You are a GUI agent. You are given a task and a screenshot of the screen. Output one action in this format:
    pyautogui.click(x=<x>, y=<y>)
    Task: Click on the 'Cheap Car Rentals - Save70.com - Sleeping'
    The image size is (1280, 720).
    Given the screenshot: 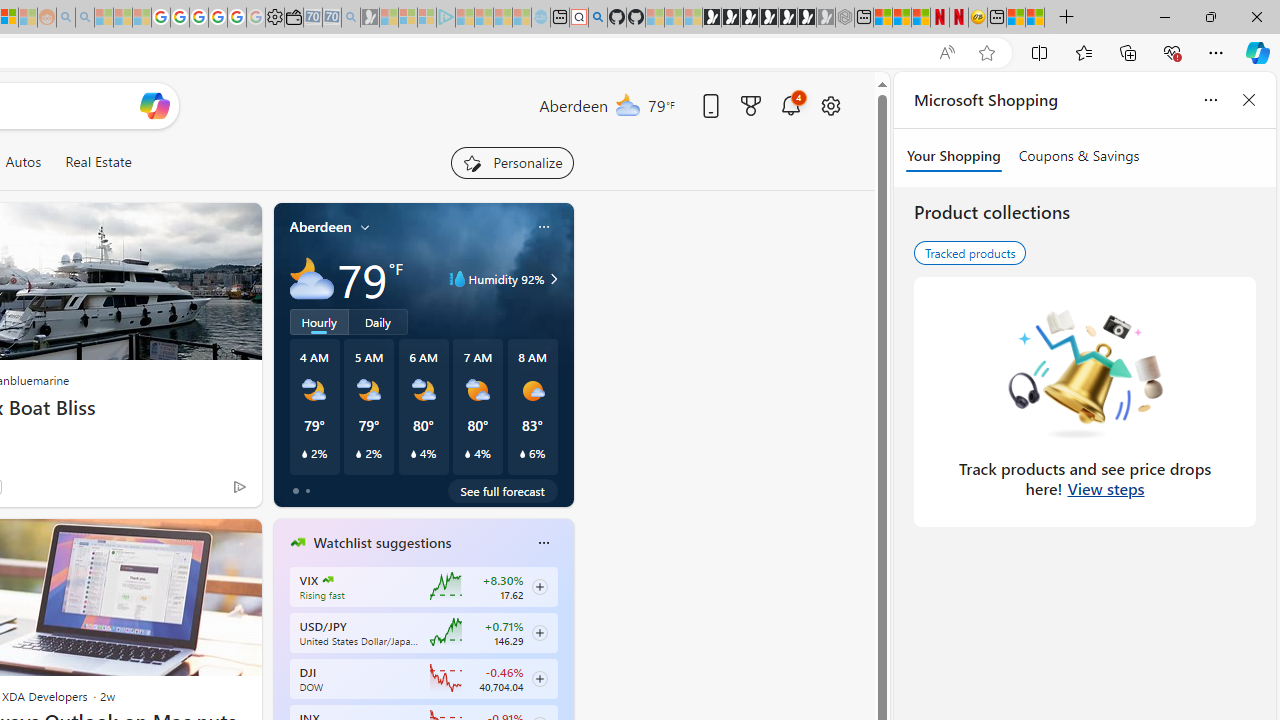 What is the action you would take?
    pyautogui.click(x=331, y=17)
    